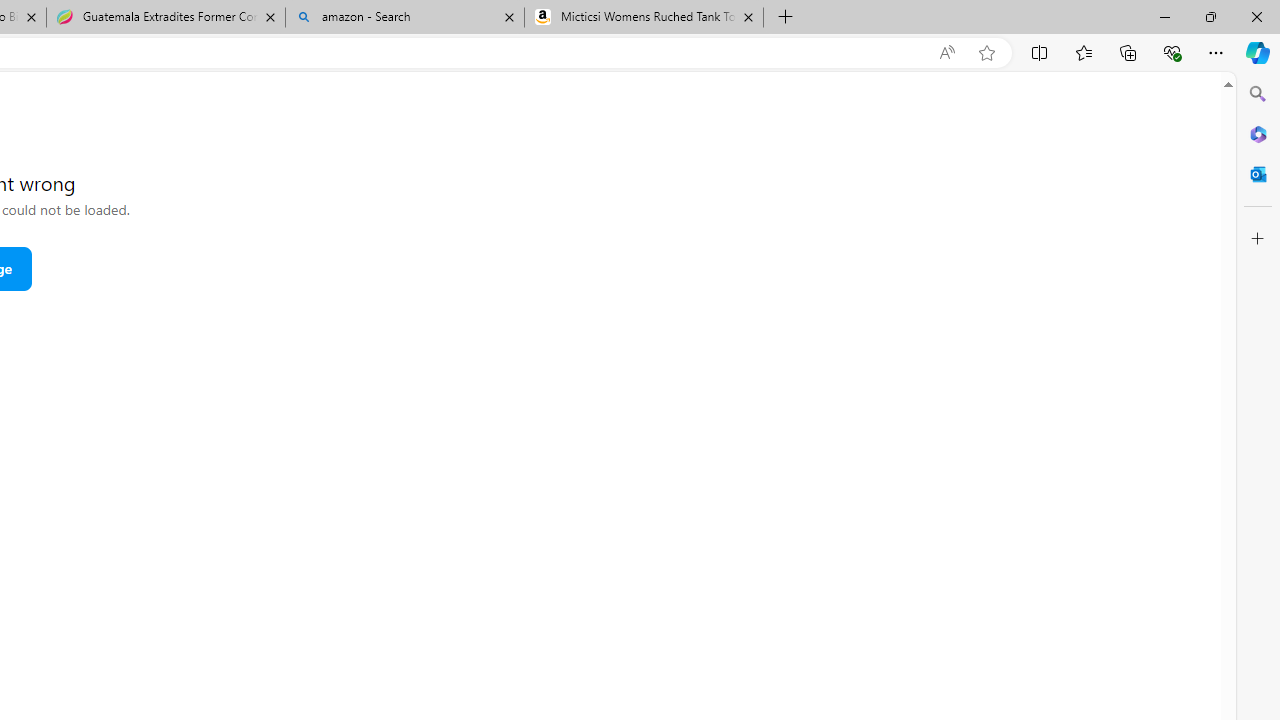  What do you see at coordinates (986, 52) in the screenshot?
I see `'Add this page to favorites (Ctrl+D)'` at bounding box center [986, 52].